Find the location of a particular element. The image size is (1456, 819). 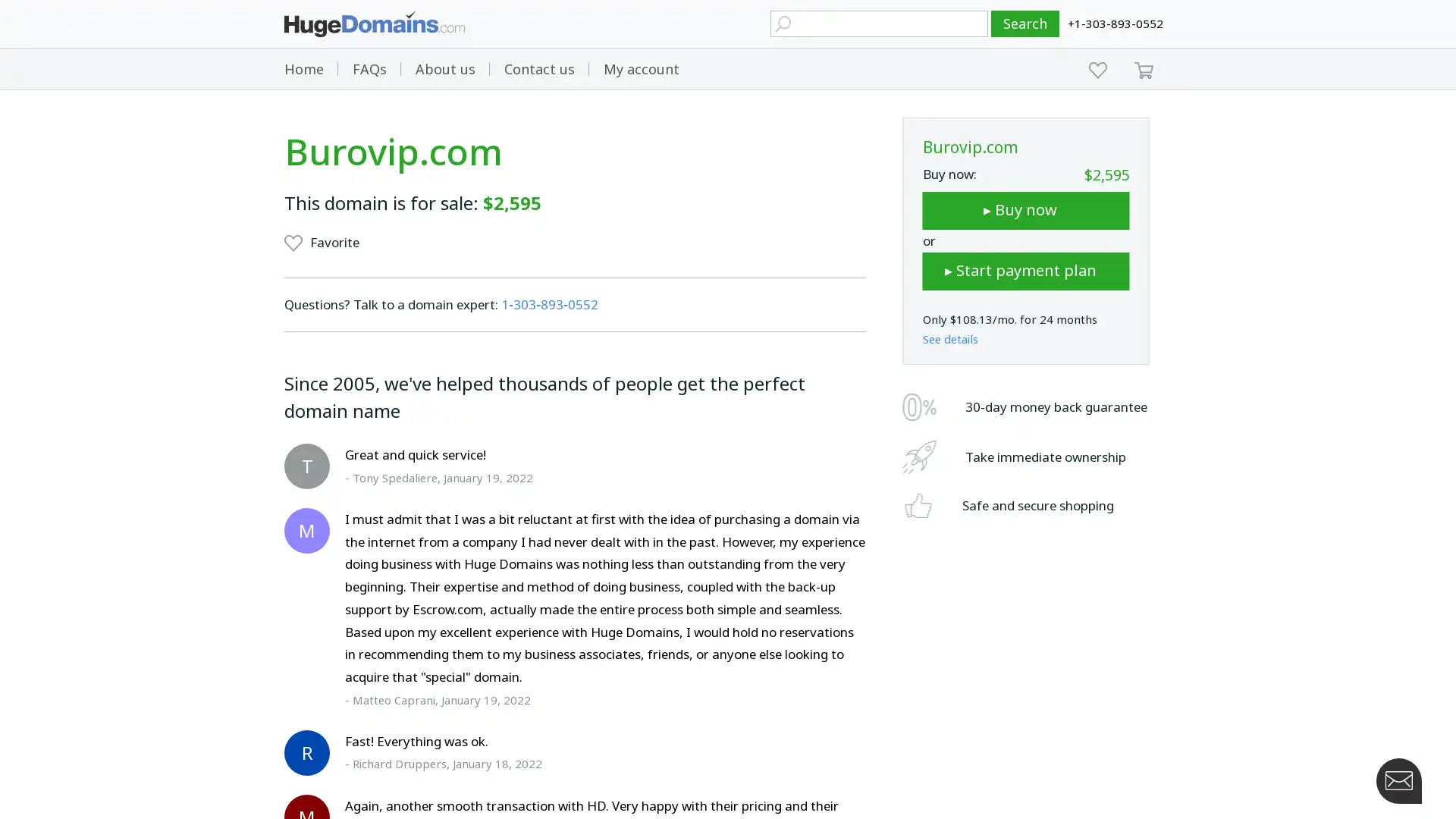

Search is located at coordinates (1025, 24).